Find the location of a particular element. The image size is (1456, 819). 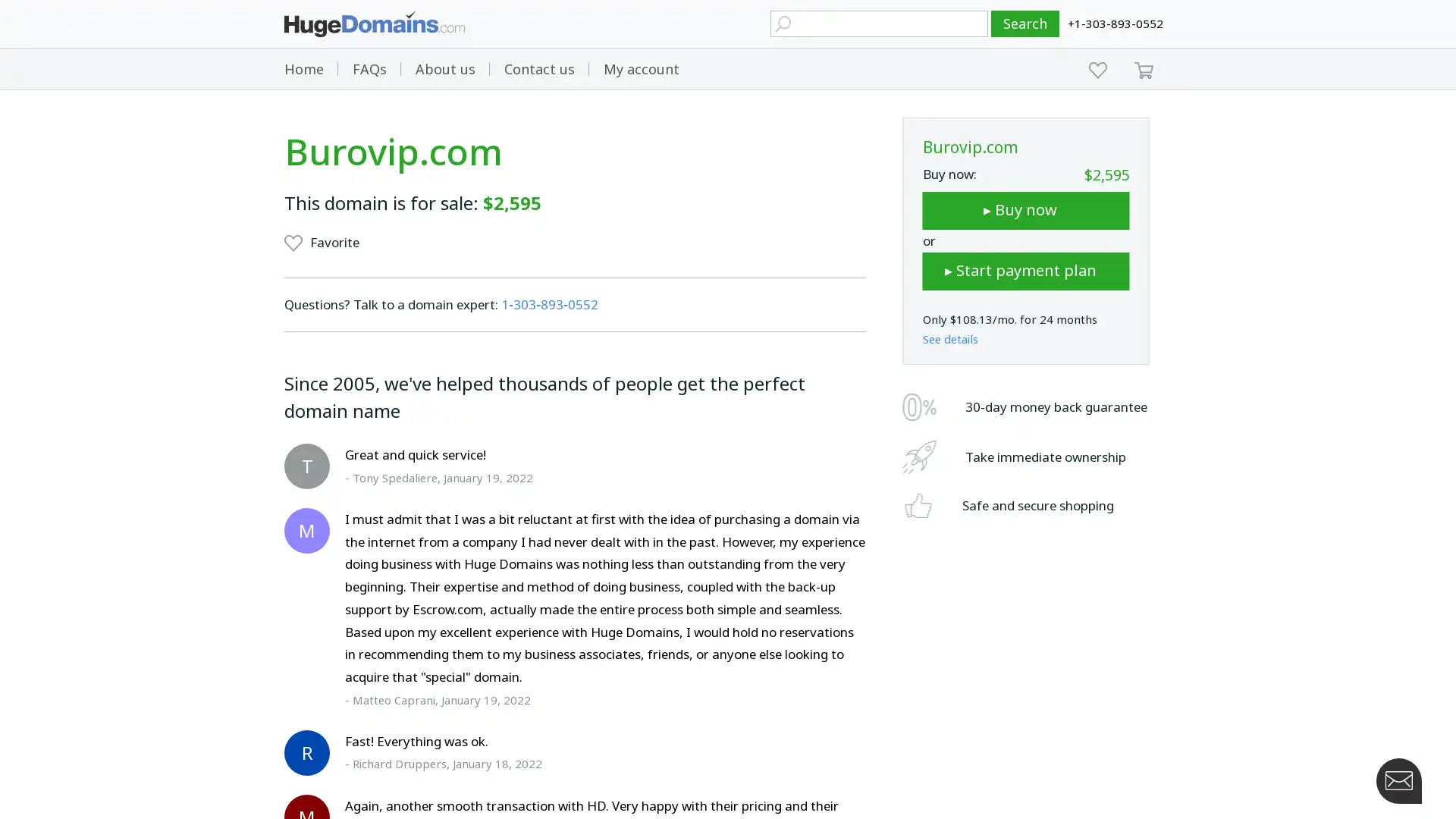

Search is located at coordinates (1025, 24).